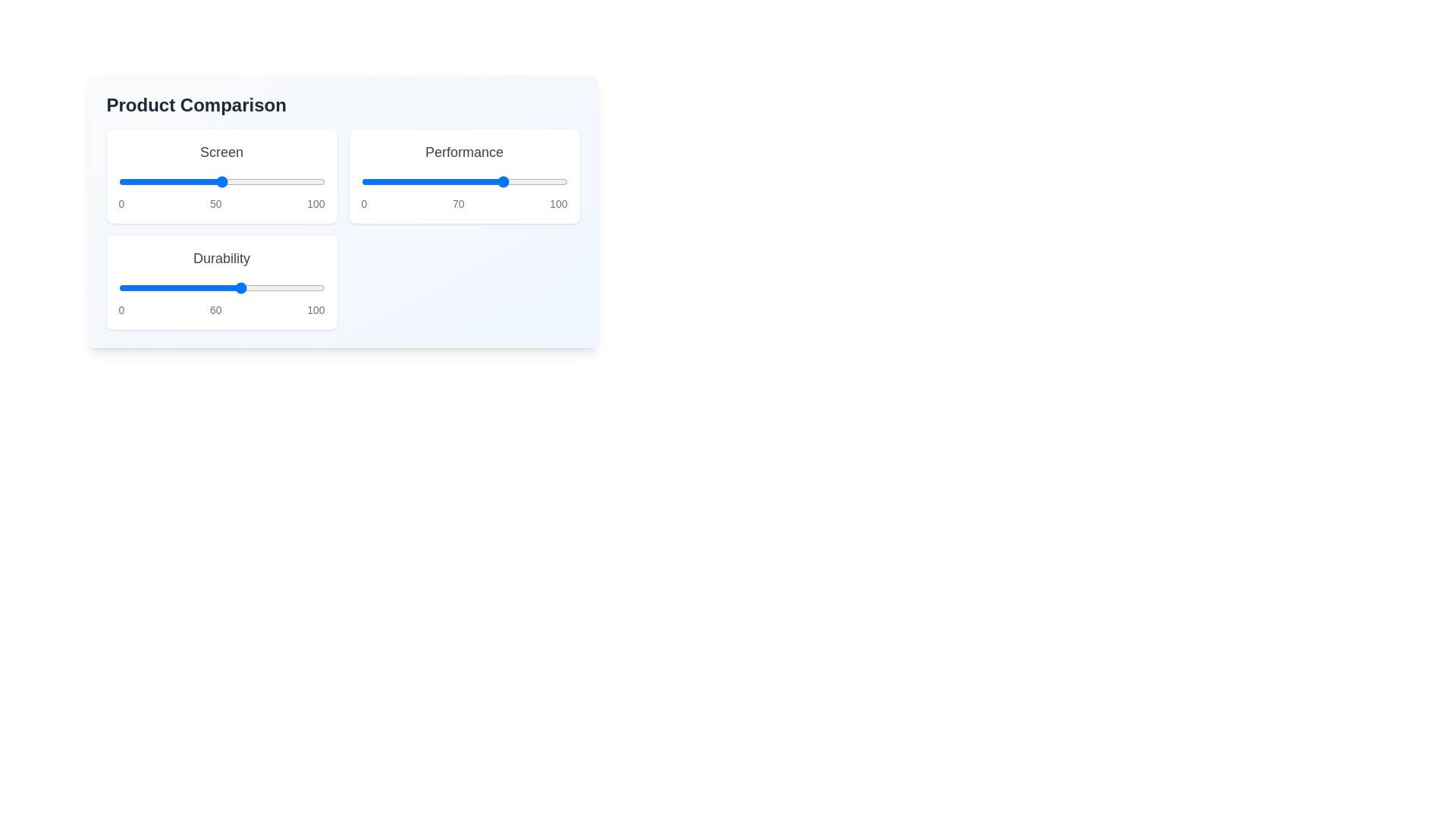 The width and height of the screenshot is (1456, 819). I want to click on the 'Durability' slider to 16, so click(152, 288).